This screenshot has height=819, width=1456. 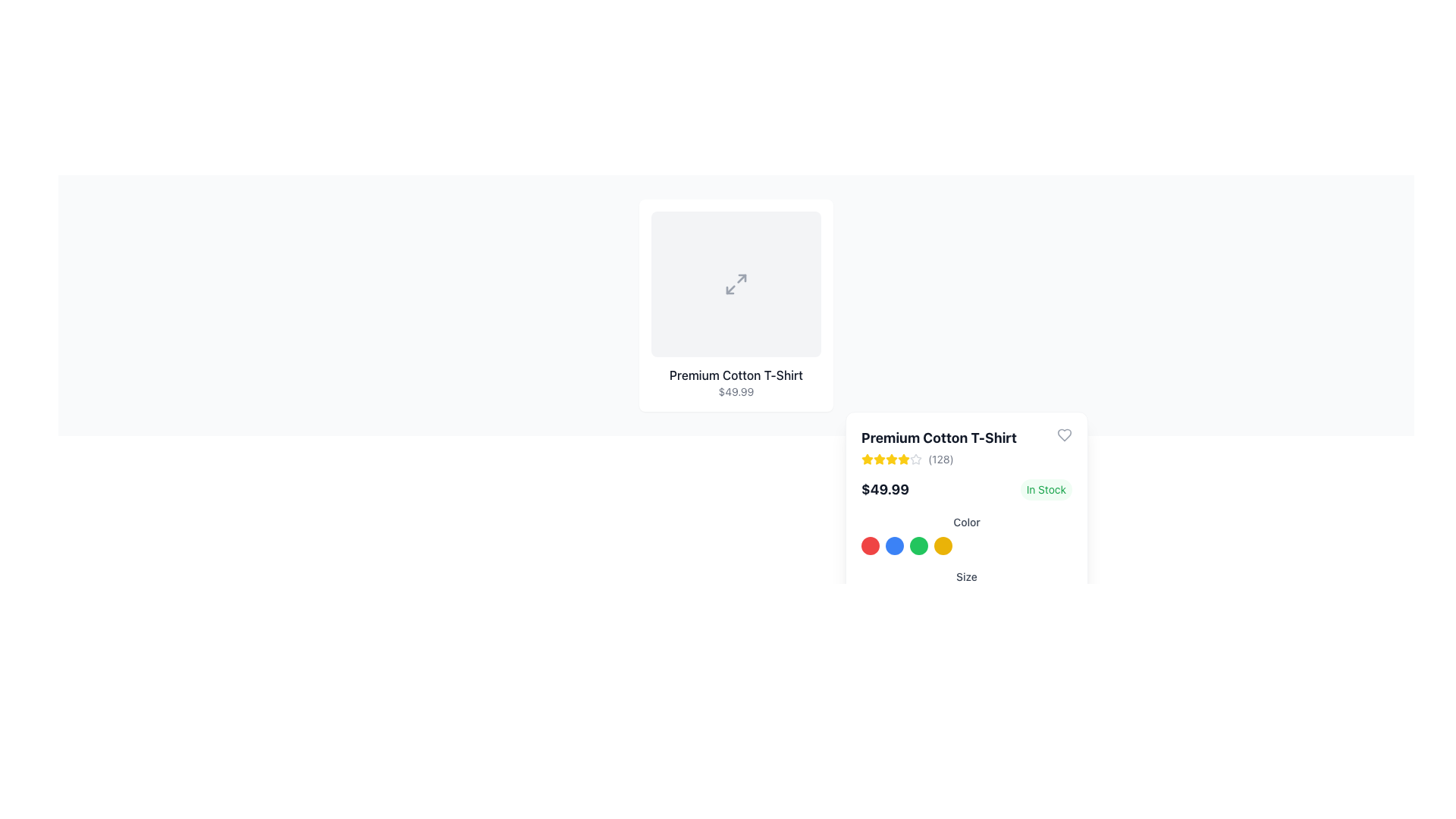 I want to click on the third star icon in the rating system located at the top-middle section of the product details card, above the product name, so click(x=880, y=458).